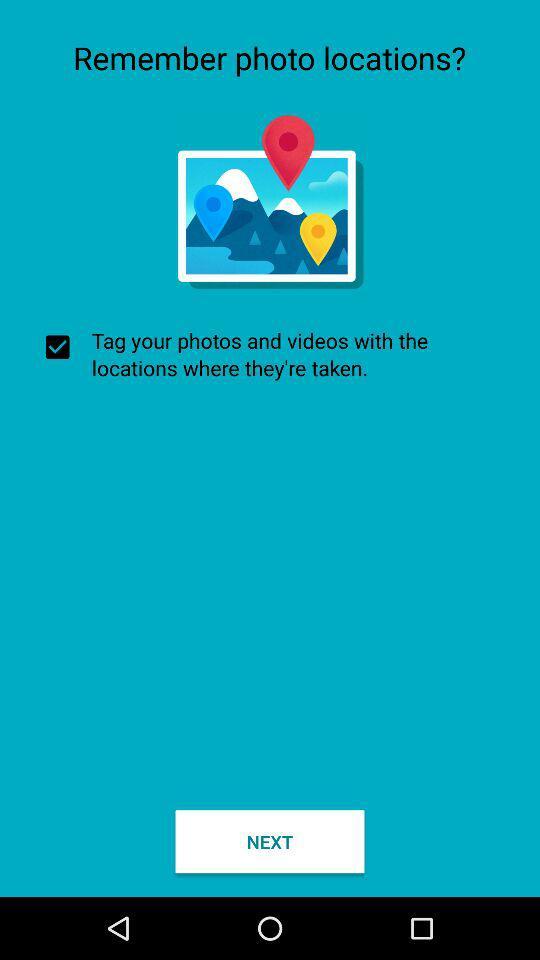 The image size is (540, 960). Describe the element at coordinates (270, 840) in the screenshot. I see `the next button` at that location.